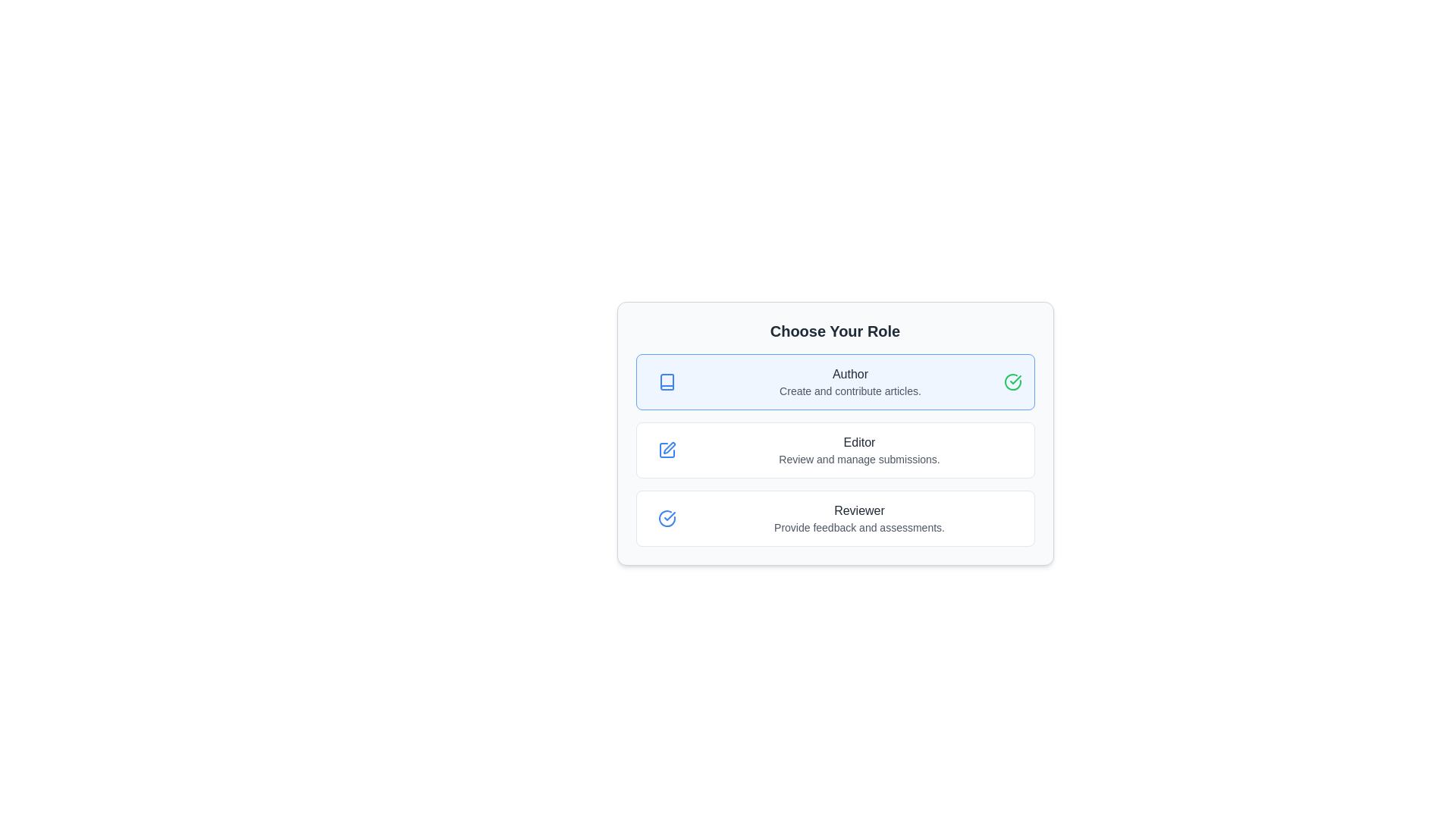  Describe the element at coordinates (667, 517) in the screenshot. I see `the visual indicator icon in the third row of the 'Reviewer' section in the 'Choose Your Role' interface` at that location.